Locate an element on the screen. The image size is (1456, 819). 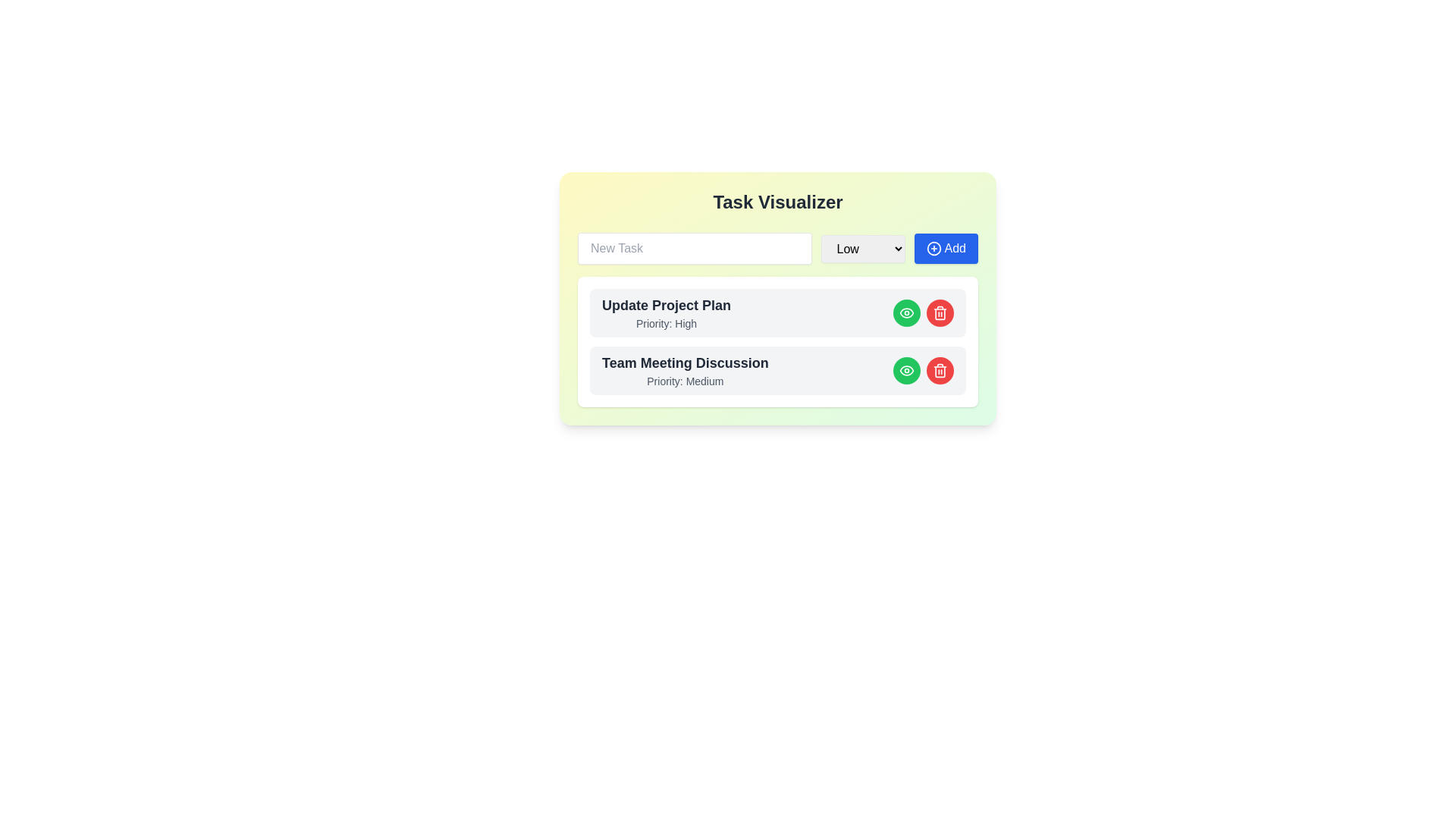
the label inside the blue 'Add' button located on the right-hand side of the task input area is located at coordinates (954, 247).